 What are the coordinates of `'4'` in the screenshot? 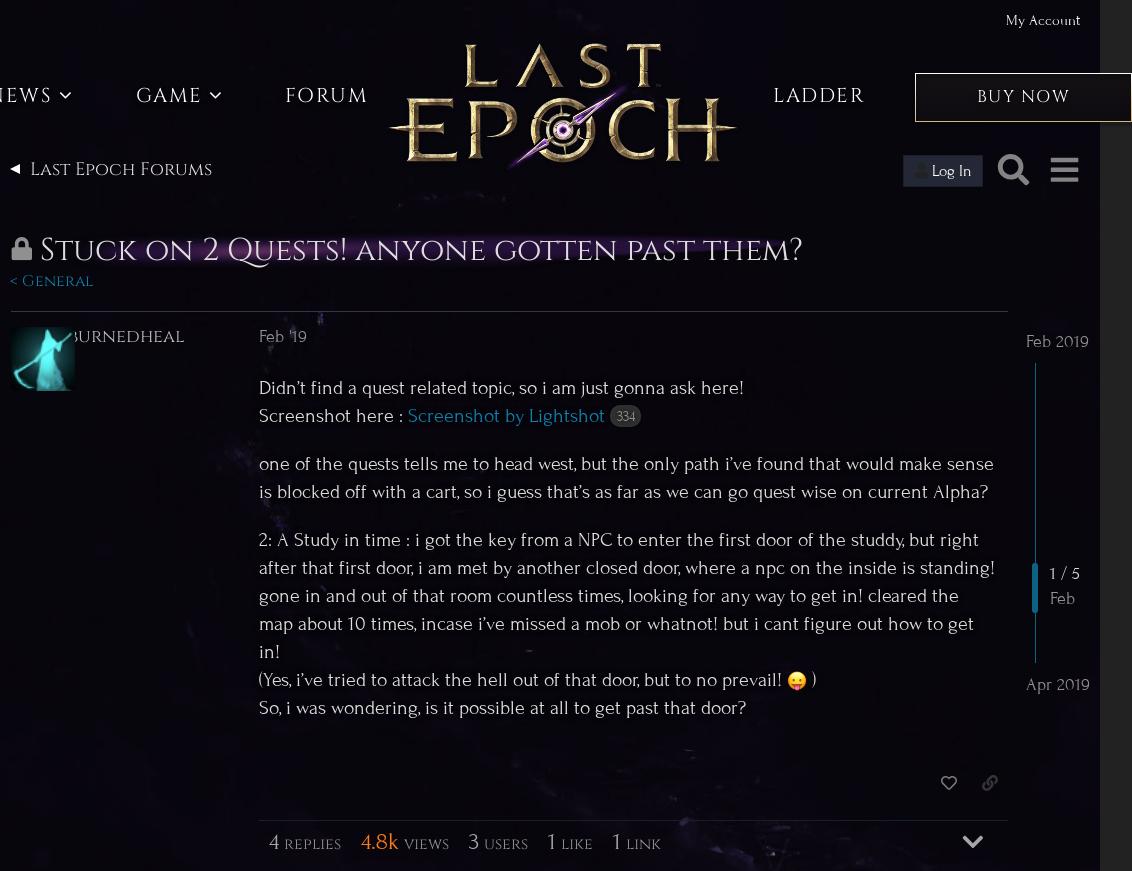 It's located at (268, 840).